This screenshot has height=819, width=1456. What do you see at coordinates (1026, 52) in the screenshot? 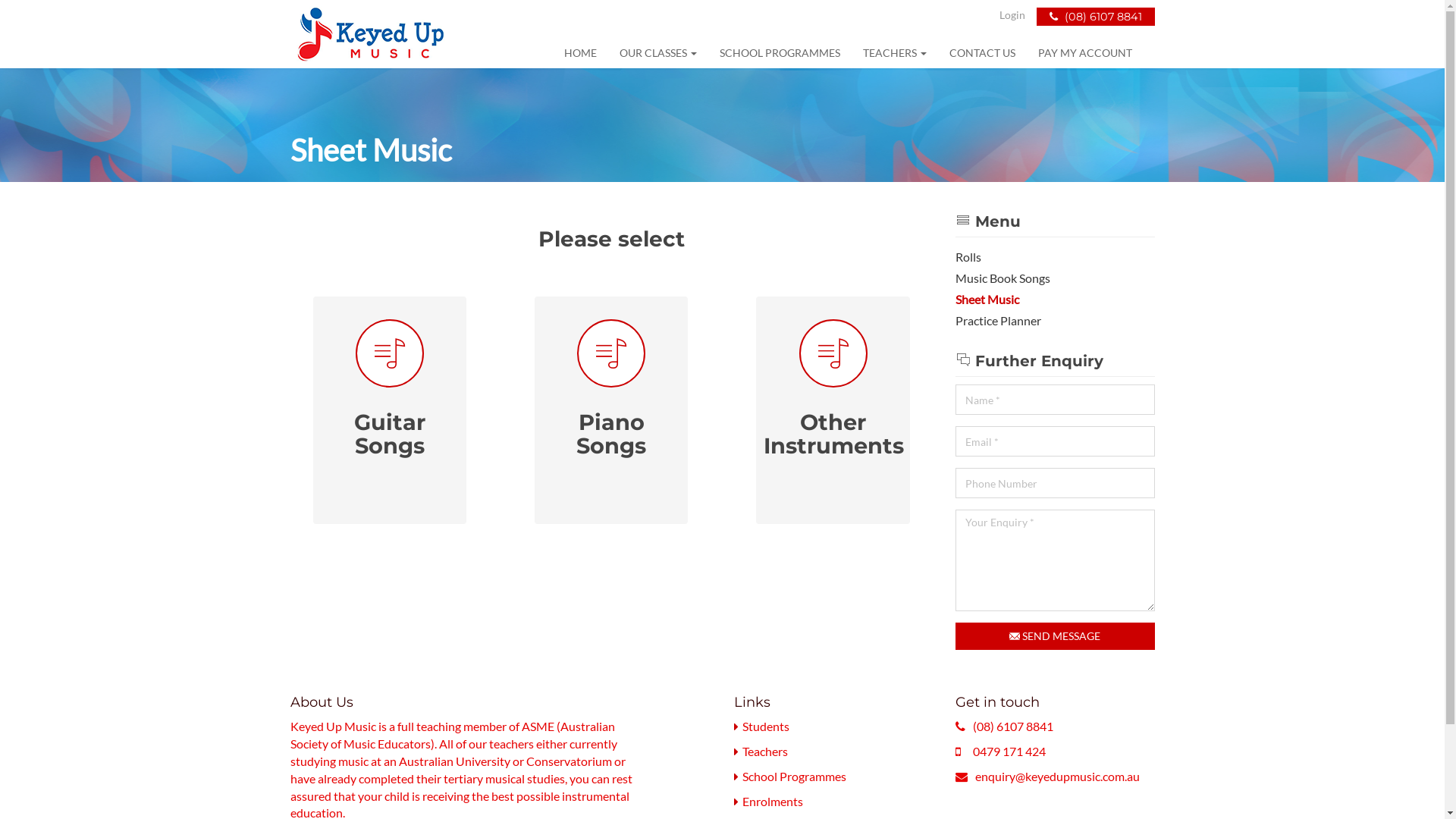
I see `'PAY MY ACCOUNT'` at bounding box center [1026, 52].